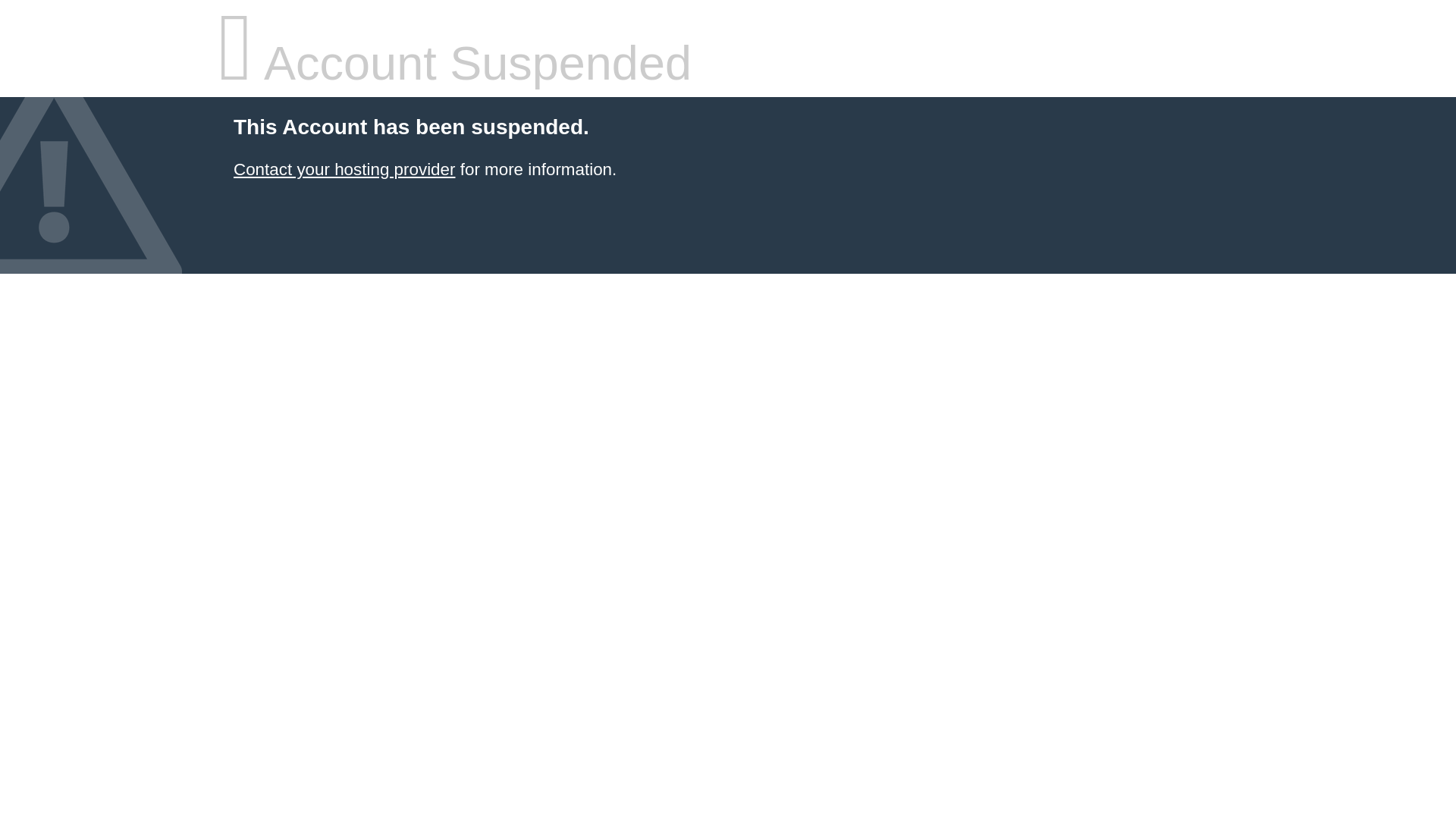 The image size is (1456, 819). Describe the element at coordinates (344, 169) in the screenshot. I see `'Contact your hosting provider'` at that location.